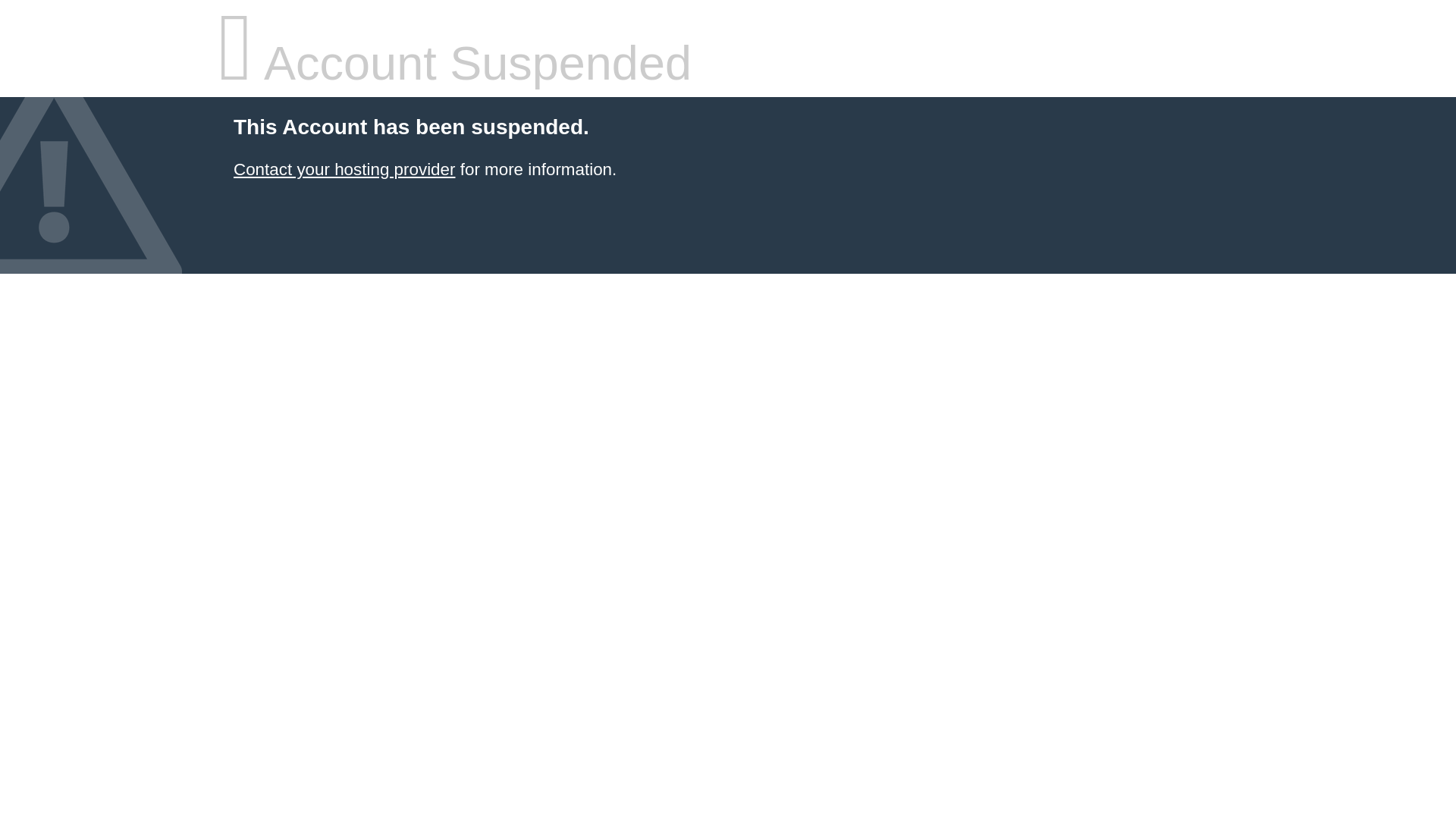 The image size is (1456, 819). Describe the element at coordinates (344, 169) in the screenshot. I see `'Contact your hosting provider'` at that location.